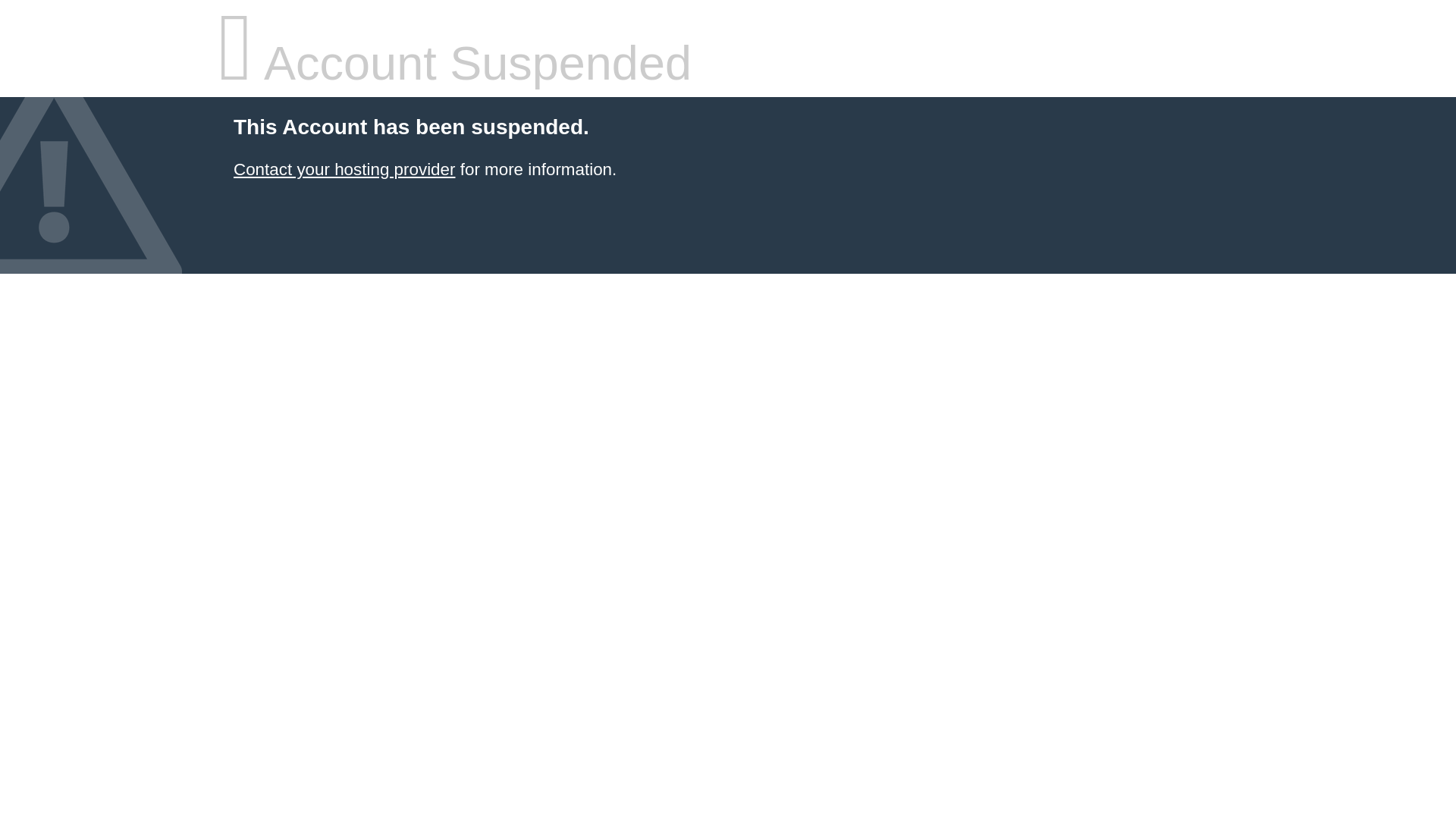 The image size is (1456, 819). Describe the element at coordinates (344, 169) in the screenshot. I see `'Contact your hosting provider'` at that location.